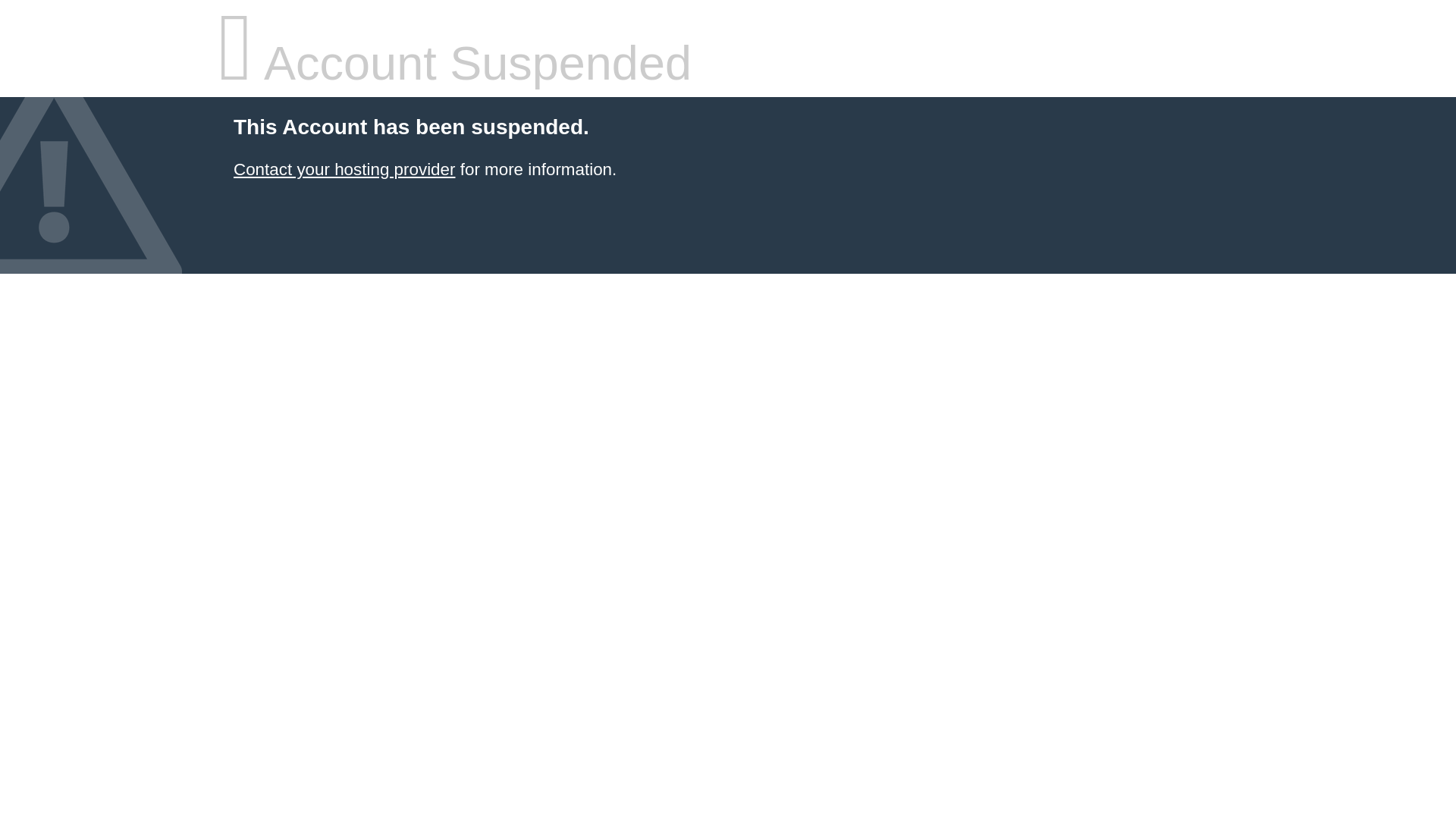 The image size is (1456, 819). Describe the element at coordinates (344, 169) in the screenshot. I see `'Contact your hosting provider'` at that location.